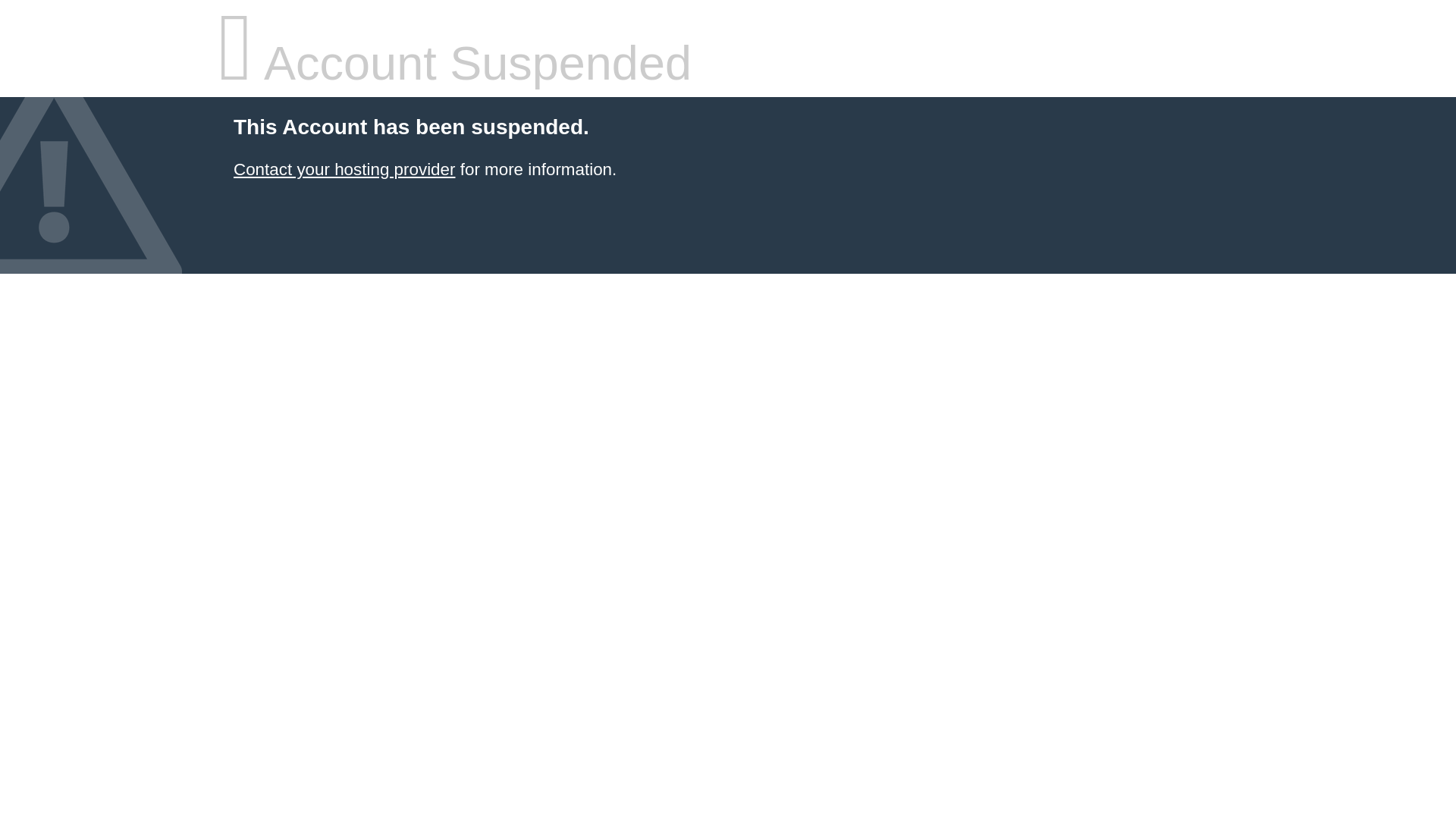 The image size is (1456, 819). Describe the element at coordinates (344, 169) in the screenshot. I see `'Contact your hosting provider'` at that location.